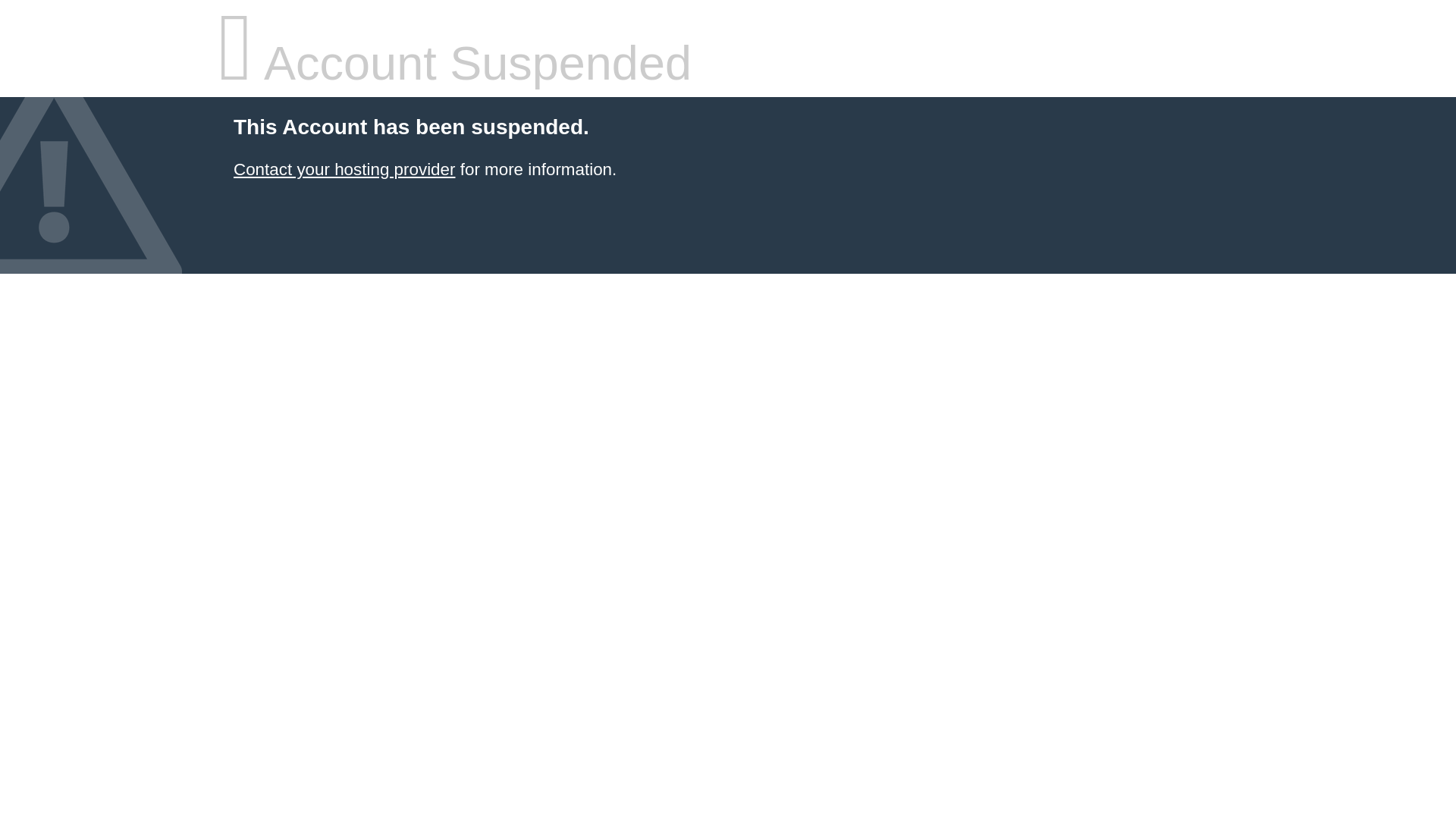 The image size is (1456, 819). Describe the element at coordinates (344, 169) in the screenshot. I see `'Contact your hosting provider'` at that location.